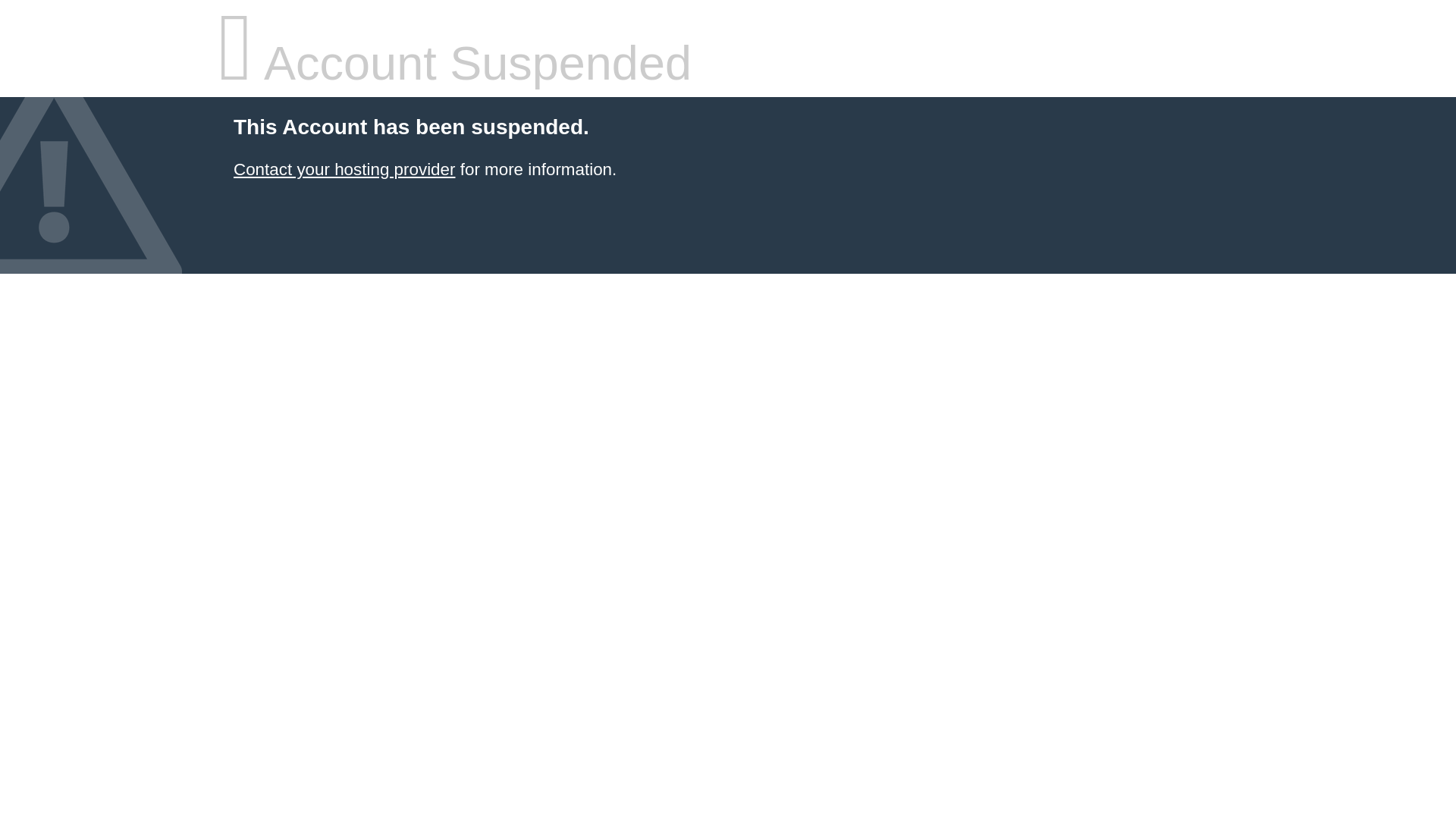 The image size is (1456, 819). Describe the element at coordinates (344, 169) in the screenshot. I see `'Contact your hosting provider'` at that location.